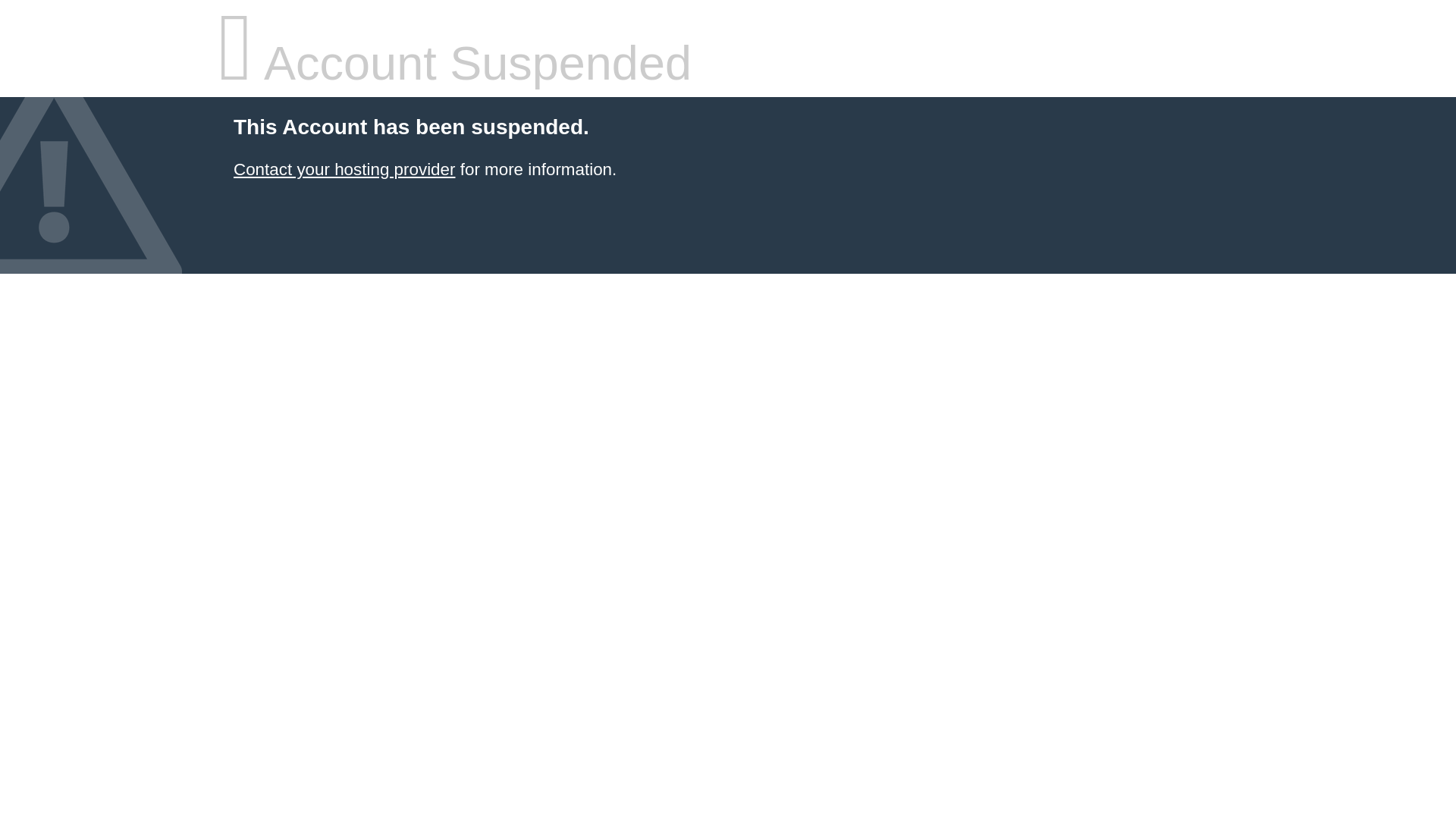 The image size is (1456, 819). Describe the element at coordinates (344, 169) in the screenshot. I see `'Contact your hosting provider'` at that location.